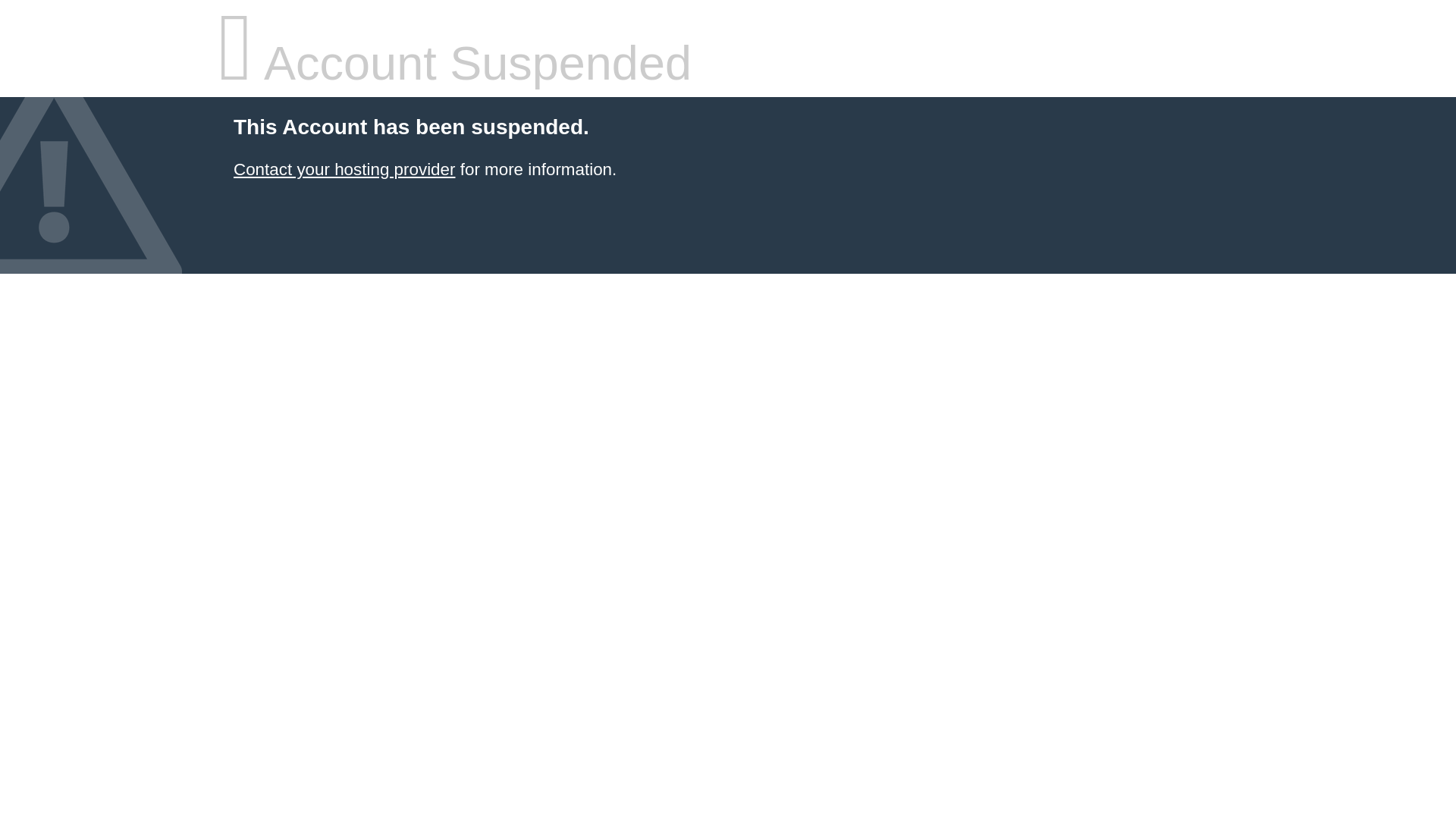 The image size is (1456, 819). Describe the element at coordinates (344, 169) in the screenshot. I see `'Contact your hosting provider'` at that location.